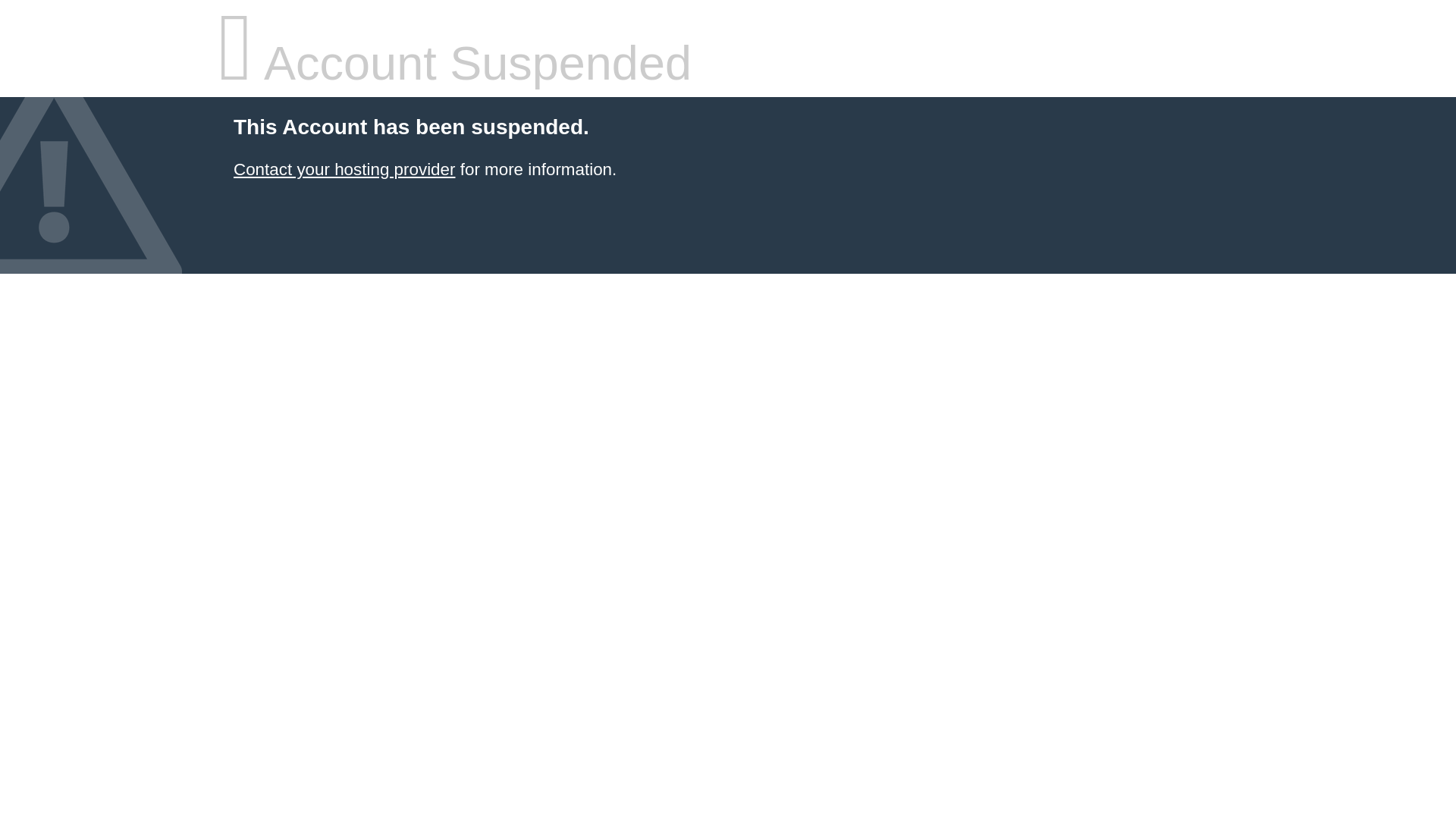 The image size is (1456, 819). Describe the element at coordinates (344, 169) in the screenshot. I see `'Contact your hosting provider'` at that location.